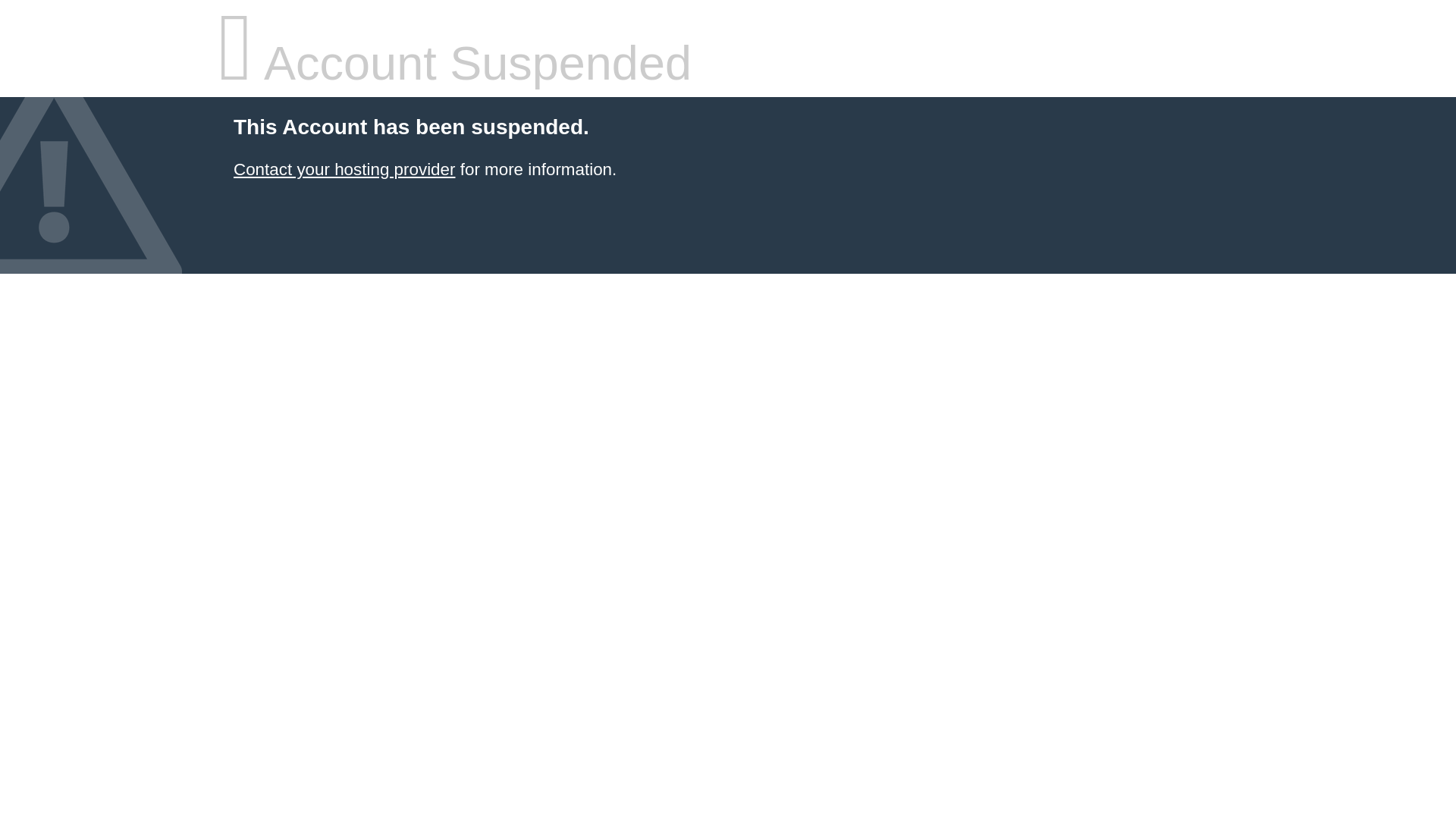 The image size is (1456, 819). Describe the element at coordinates (344, 169) in the screenshot. I see `'Contact your hosting provider'` at that location.